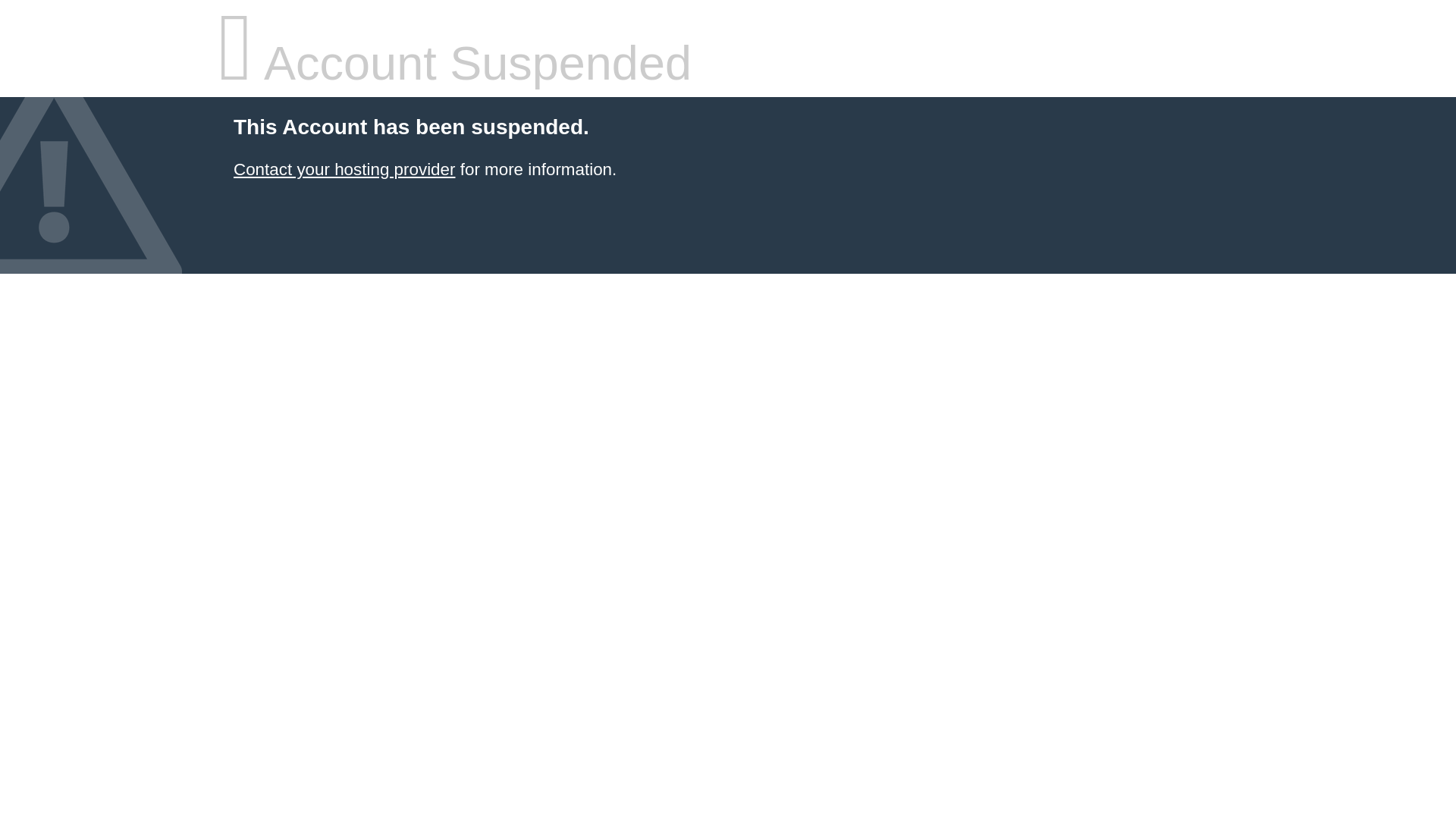 The image size is (1456, 819). Describe the element at coordinates (344, 169) in the screenshot. I see `'Contact your hosting provider'` at that location.